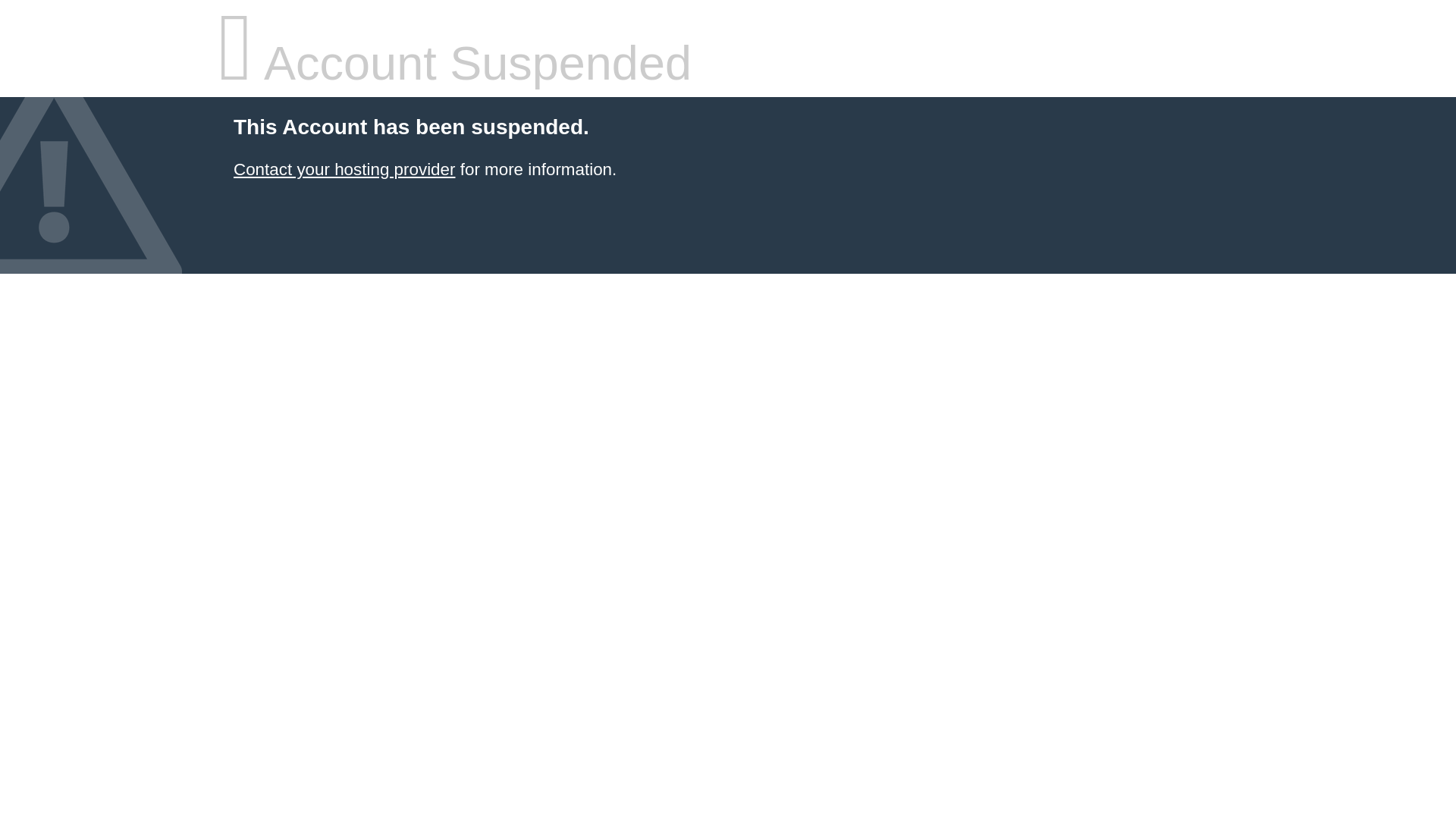 The image size is (1456, 819). Describe the element at coordinates (344, 169) in the screenshot. I see `'Contact your hosting provider'` at that location.